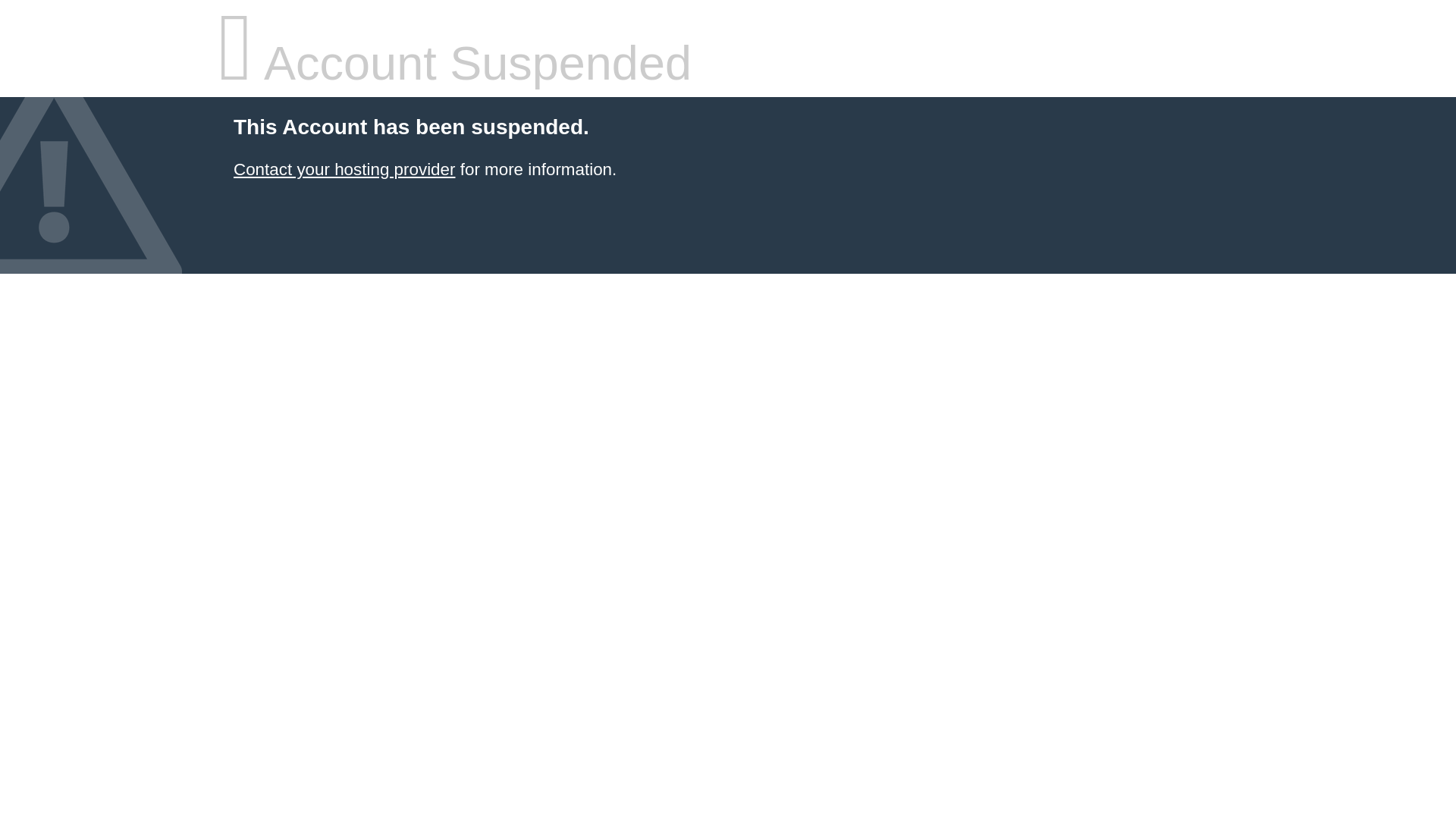 The image size is (1456, 819). Describe the element at coordinates (344, 169) in the screenshot. I see `'Contact your hosting provider'` at that location.